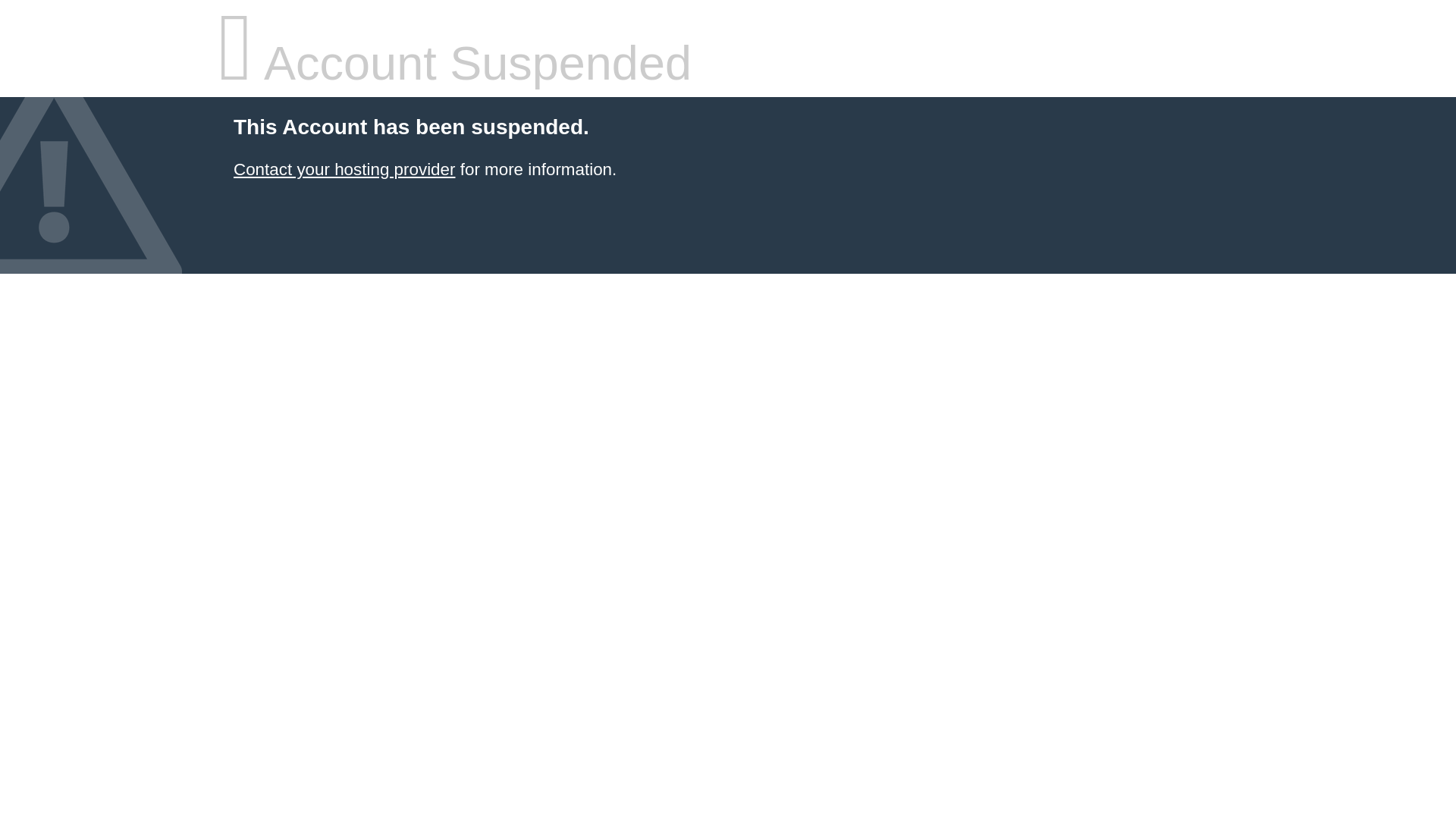 The image size is (1456, 819). Describe the element at coordinates (344, 169) in the screenshot. I see `'Contact your hosting provider'` at that location.